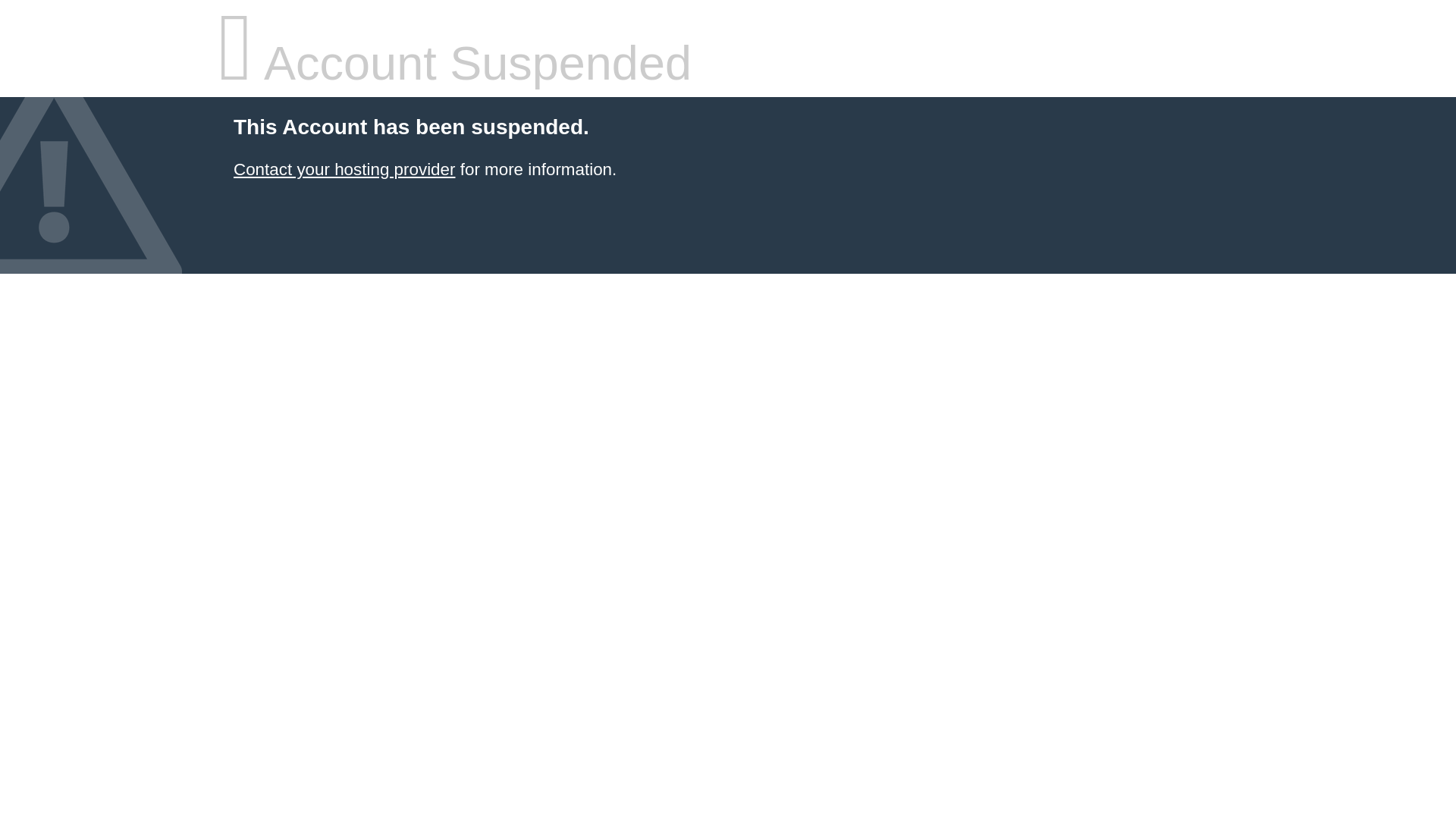 The image size is (1456, 819). Describe the element at coordinates (344, 169) in the screenshot. I see `'Contact your hosting provider'` at that location.